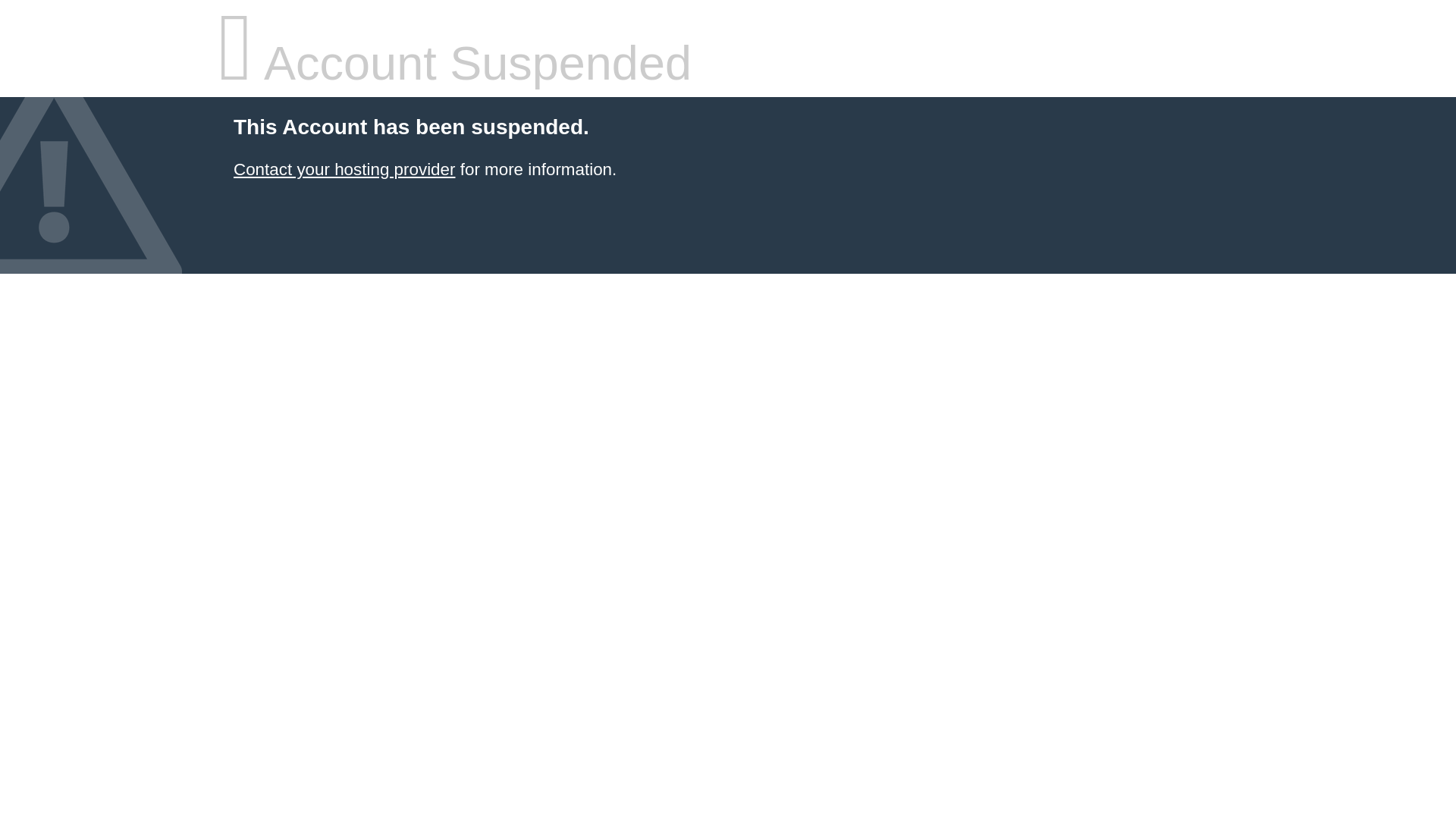 The image size is (1456, 819). Describe the element at coordinates (344, 169) in the screenshot. I see `'Contact your hosting provider'` at that location.